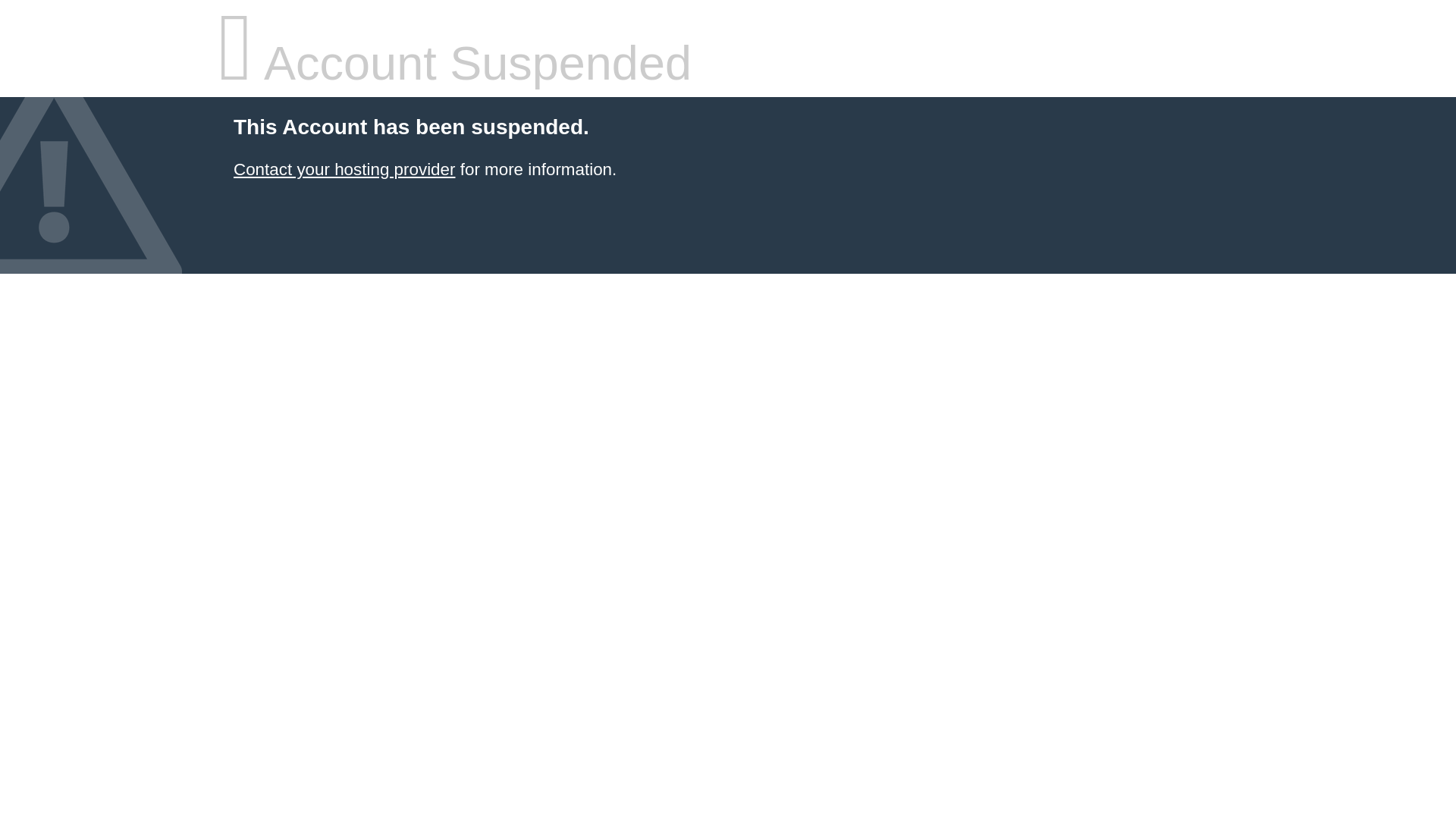 The image size is (1456, 819). Describe the element at coordinates (344, 169) in the screenshot. I see `'Contact your hosting provider'` at that location.